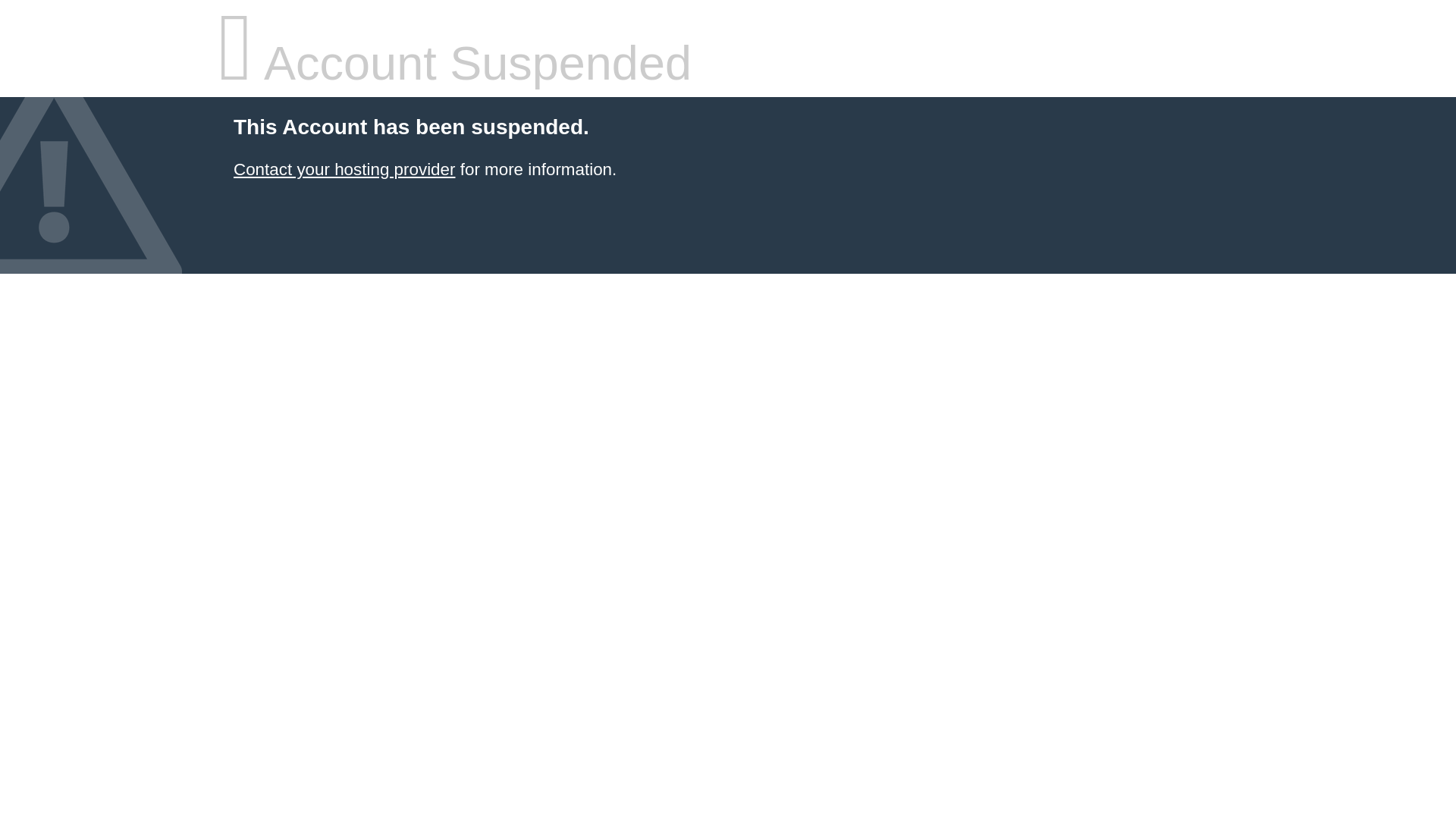 The image size is (1456, 819). Describe the element at coordinates (344, 169) in the screenshot. I see `'Contact your hosting provider'` at that location.